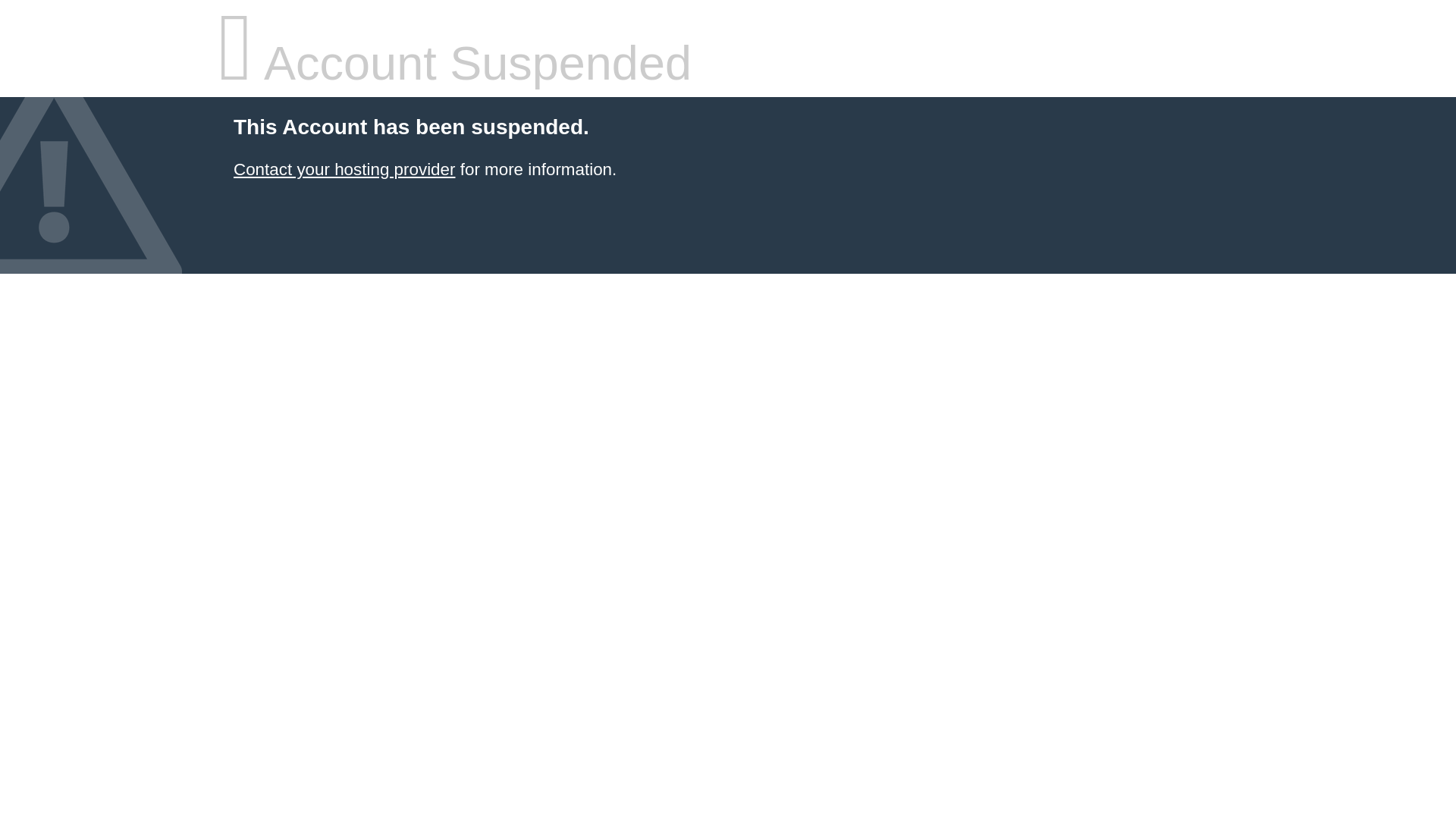 The image size is (1456, 819). Describe the element at coordinates (344, 169) in the screenshot. I see `'Contact your hosting provider'` at that location.